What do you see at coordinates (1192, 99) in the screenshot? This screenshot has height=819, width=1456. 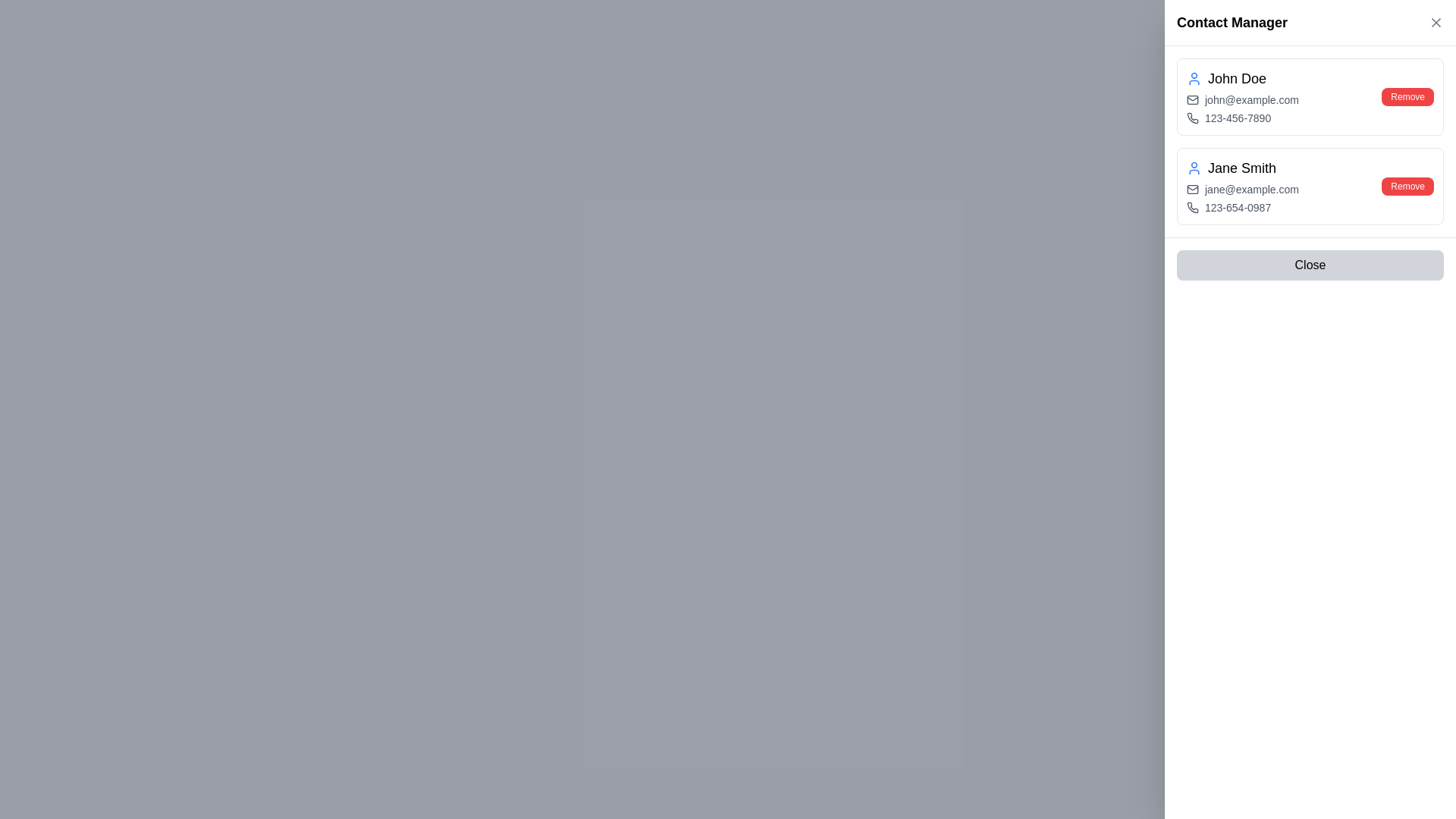 I see `the email icon shaped like a horizontal envelope, located adjacent to the left of the email address 'john@example.com' in the Contact Manager interface` at bounding box center [1192, 99].